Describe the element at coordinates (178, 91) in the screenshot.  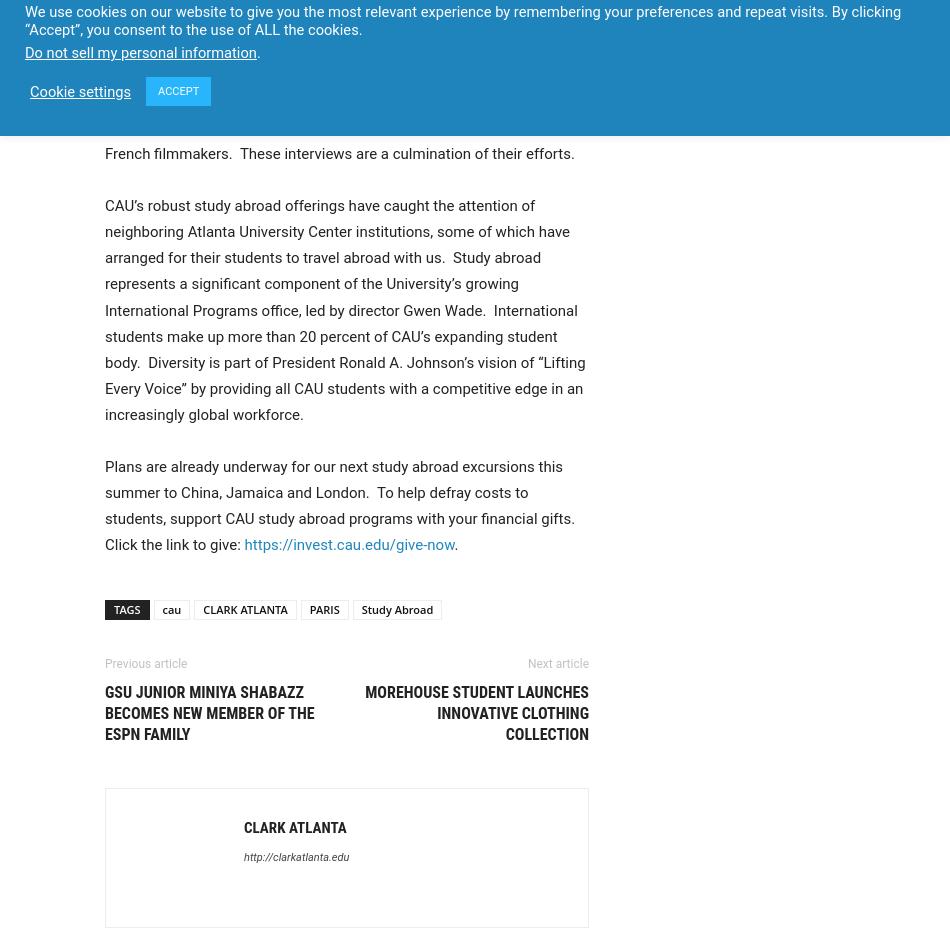
I see `'ACCEPT'` at that location.